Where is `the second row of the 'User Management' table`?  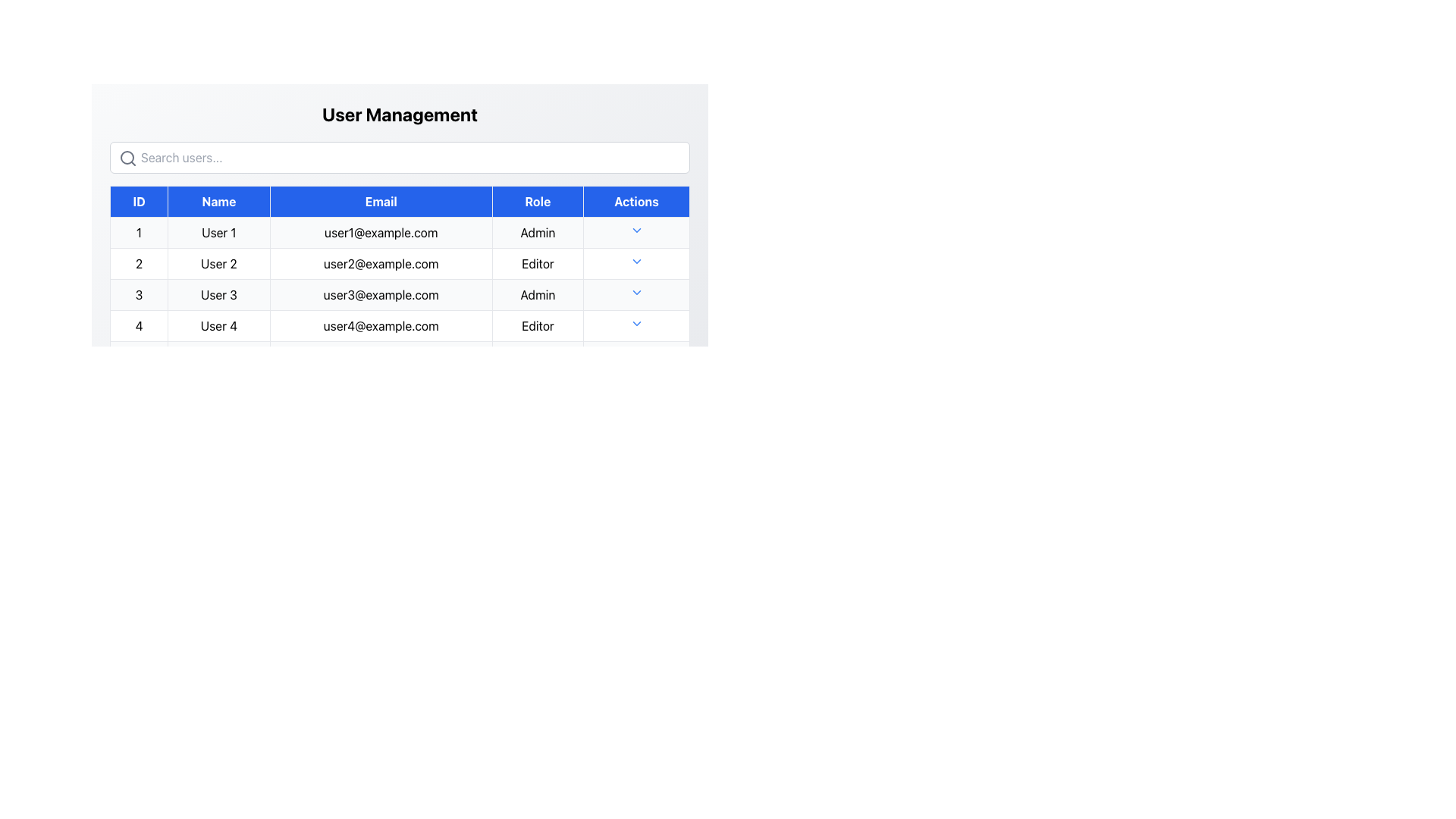 the second row of the 'User Management' table is located at coordinates (400, 262).